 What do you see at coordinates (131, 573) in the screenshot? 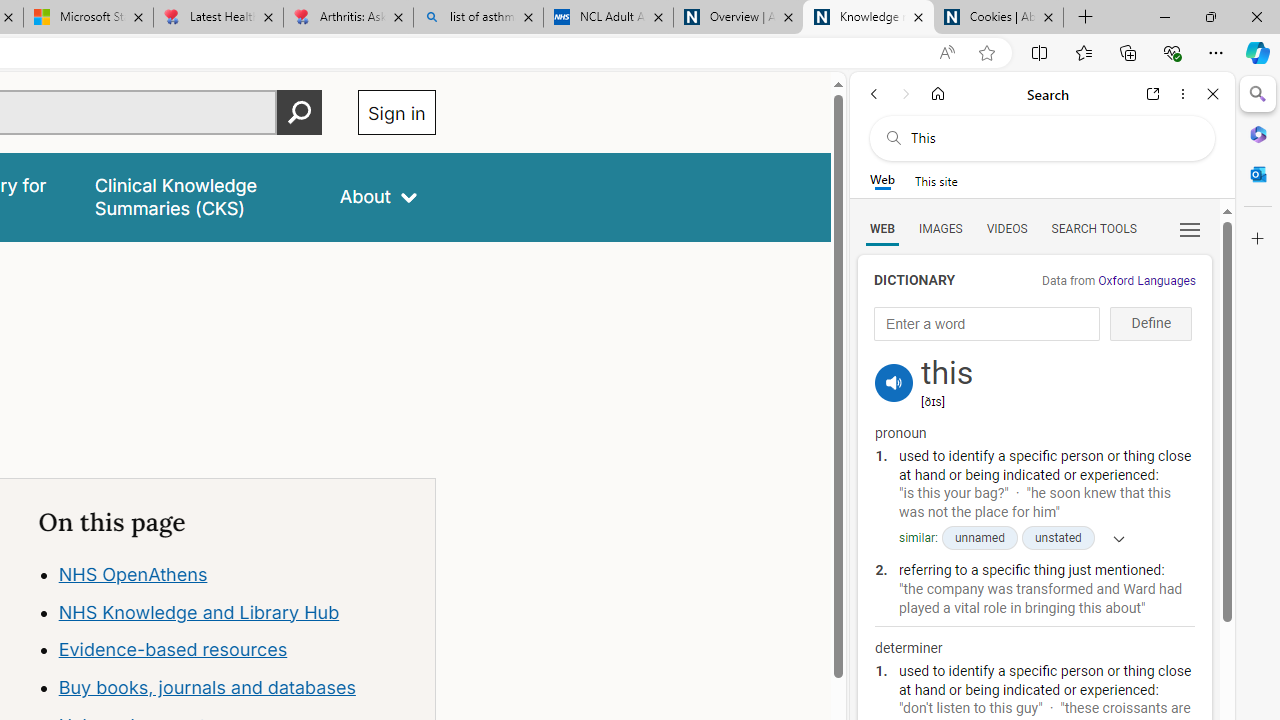
I see `'NHS OpenAthens'` at bounding box center [131, 573].